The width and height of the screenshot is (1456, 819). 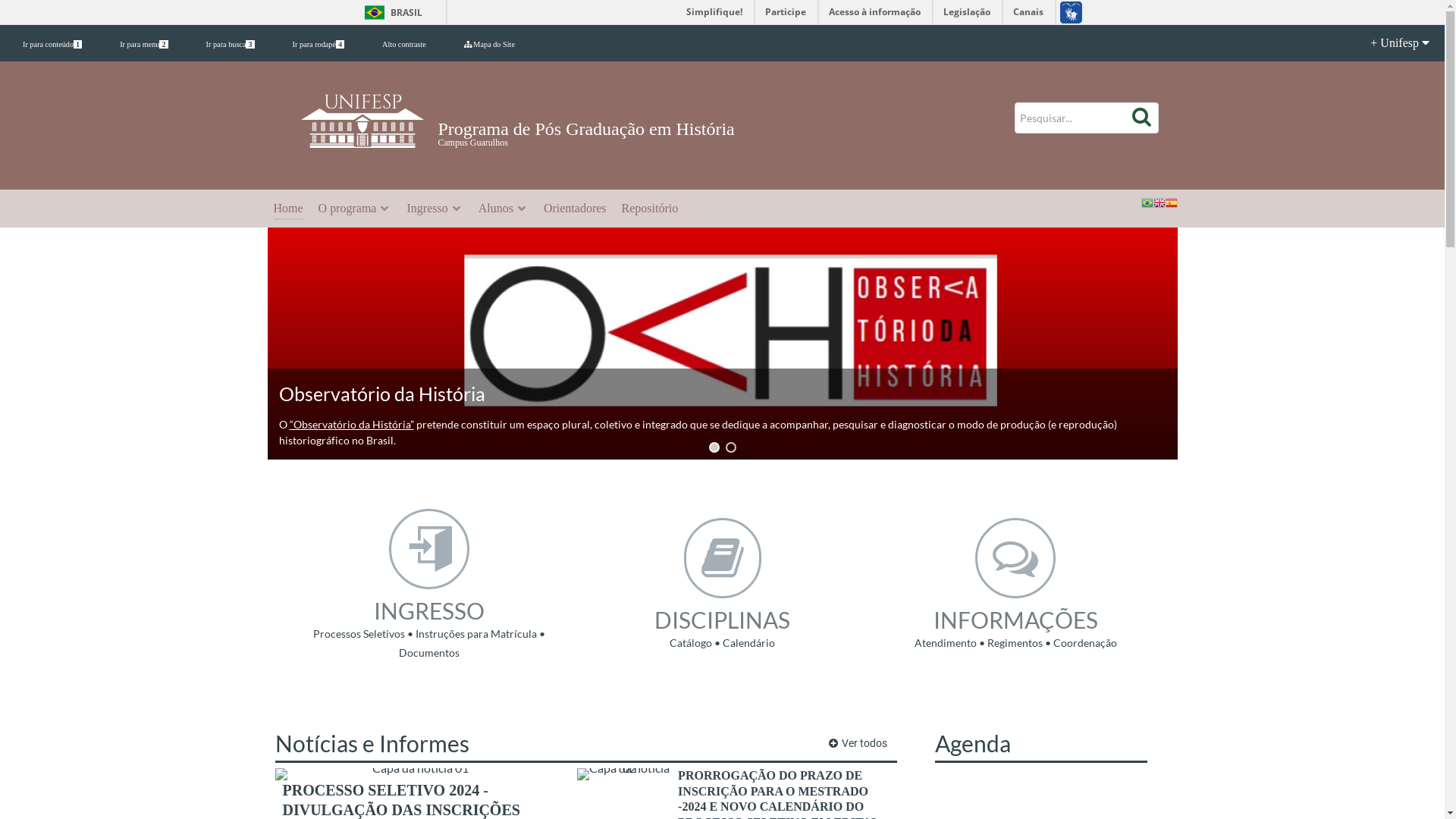 What do you see at coordinates (574, 209) in the screenshot?
I see `'Orientadores'` at bounding box center [574, 209].